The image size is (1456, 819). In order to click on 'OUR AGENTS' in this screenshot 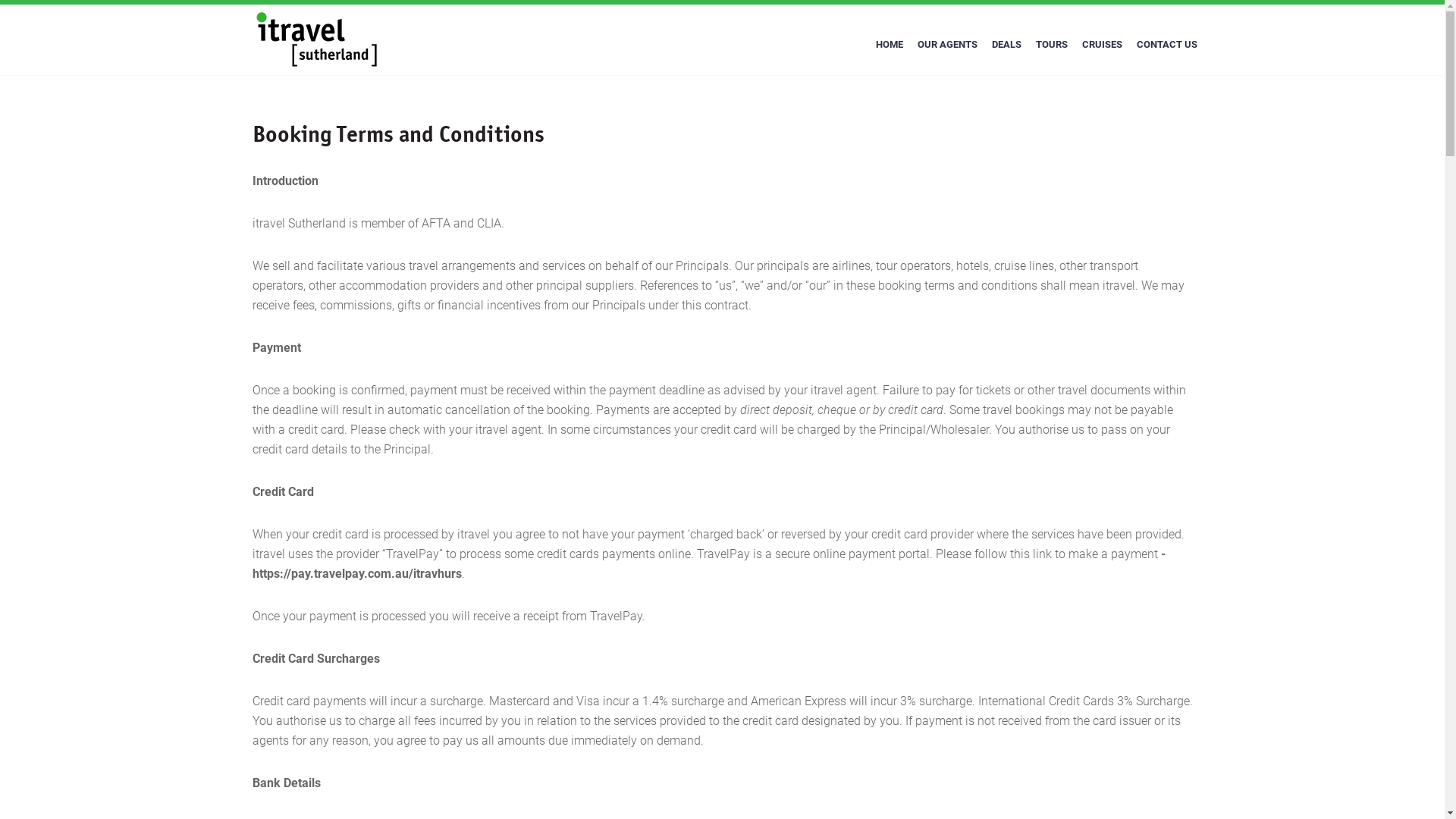, I will do `click(910, 43)`.